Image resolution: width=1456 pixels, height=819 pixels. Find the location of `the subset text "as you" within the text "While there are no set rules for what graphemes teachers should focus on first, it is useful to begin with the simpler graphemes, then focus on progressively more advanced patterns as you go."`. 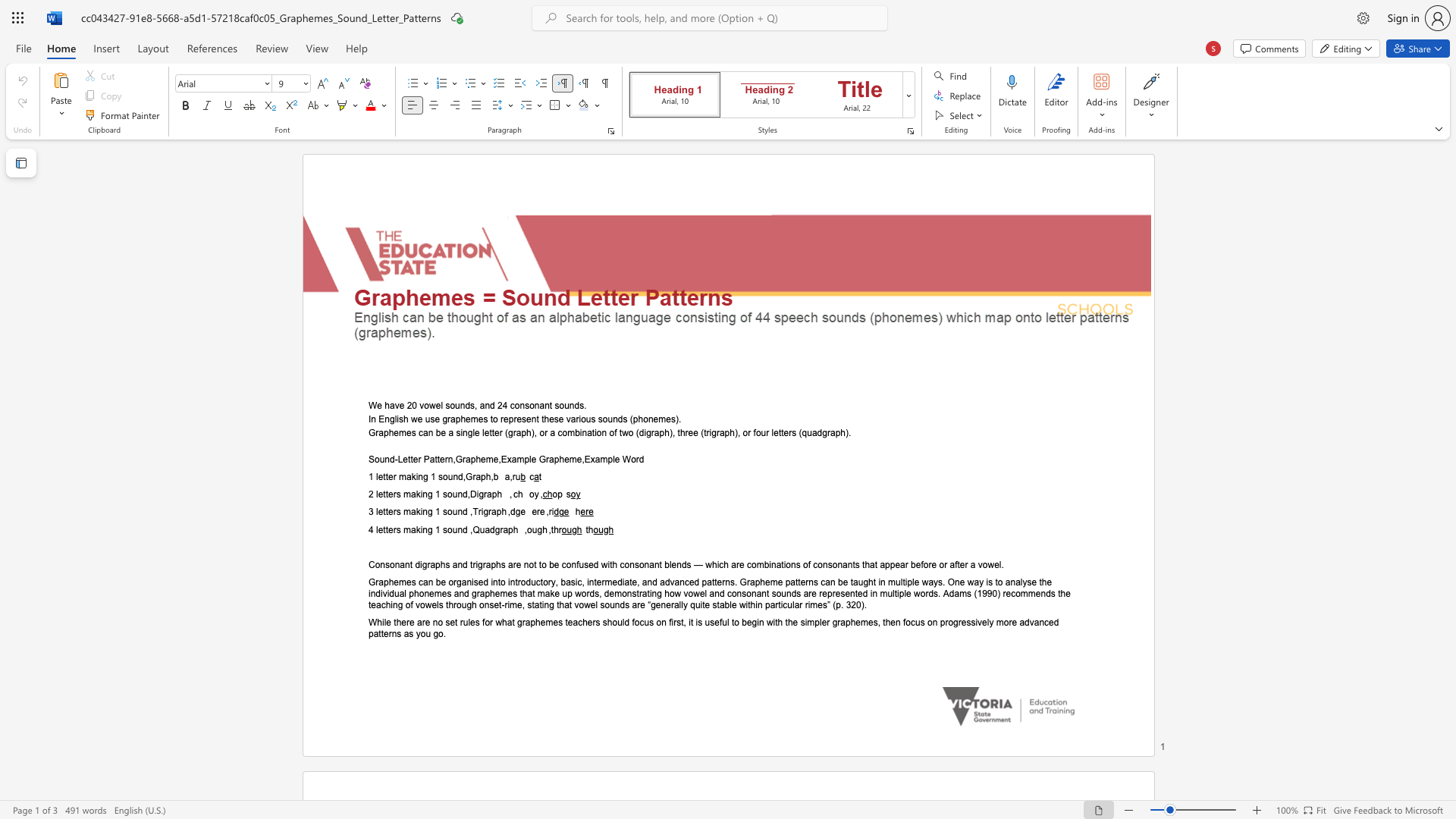

the subset text "as you" within the text "While there are no set rules for what graphemes teachers should focus on first, it is useful to begin with the simpler graphemes, then focus on progressively more advanced patterns as you go." is located at coordinates (403, 634).